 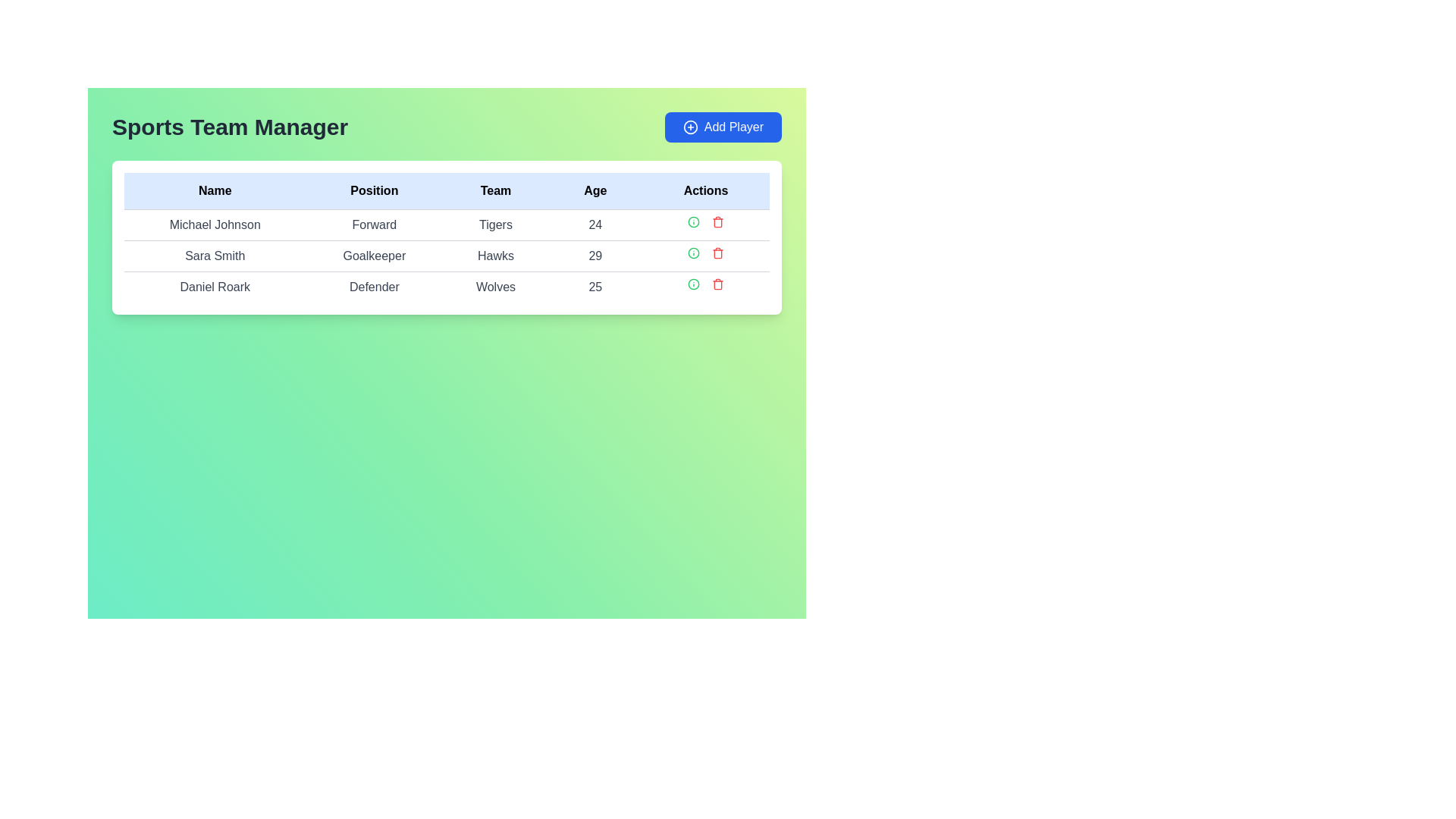 What do you see at coordinates (717, 284) in the screenshot?
I see `the delete button for the entry corresponding to 'Daniel Roark' in the last row of the table` at bounding box center [717, 284].